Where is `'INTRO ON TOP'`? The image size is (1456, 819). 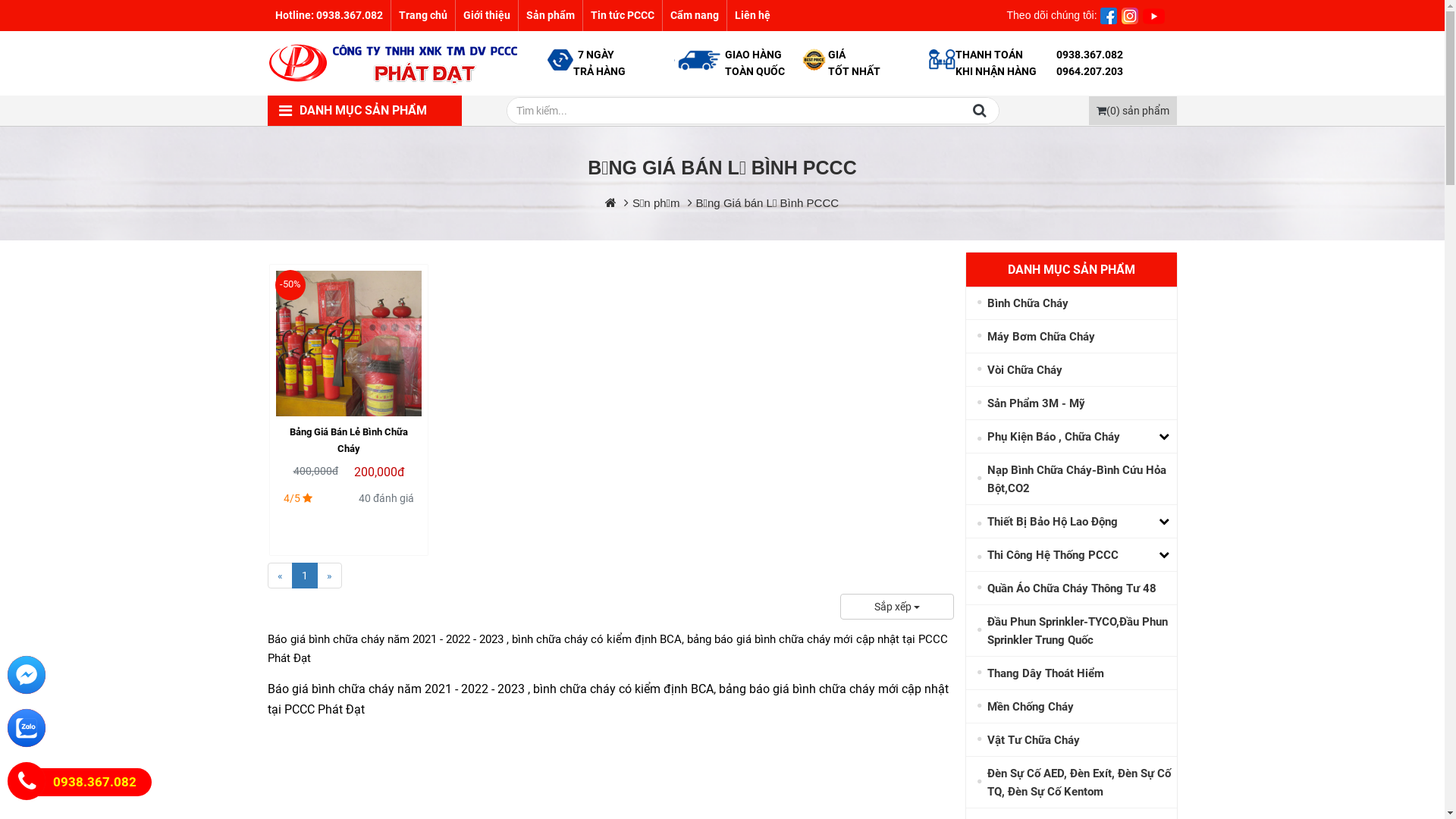
'INTRO ON TOP' is located at coordinates (1107, 15).